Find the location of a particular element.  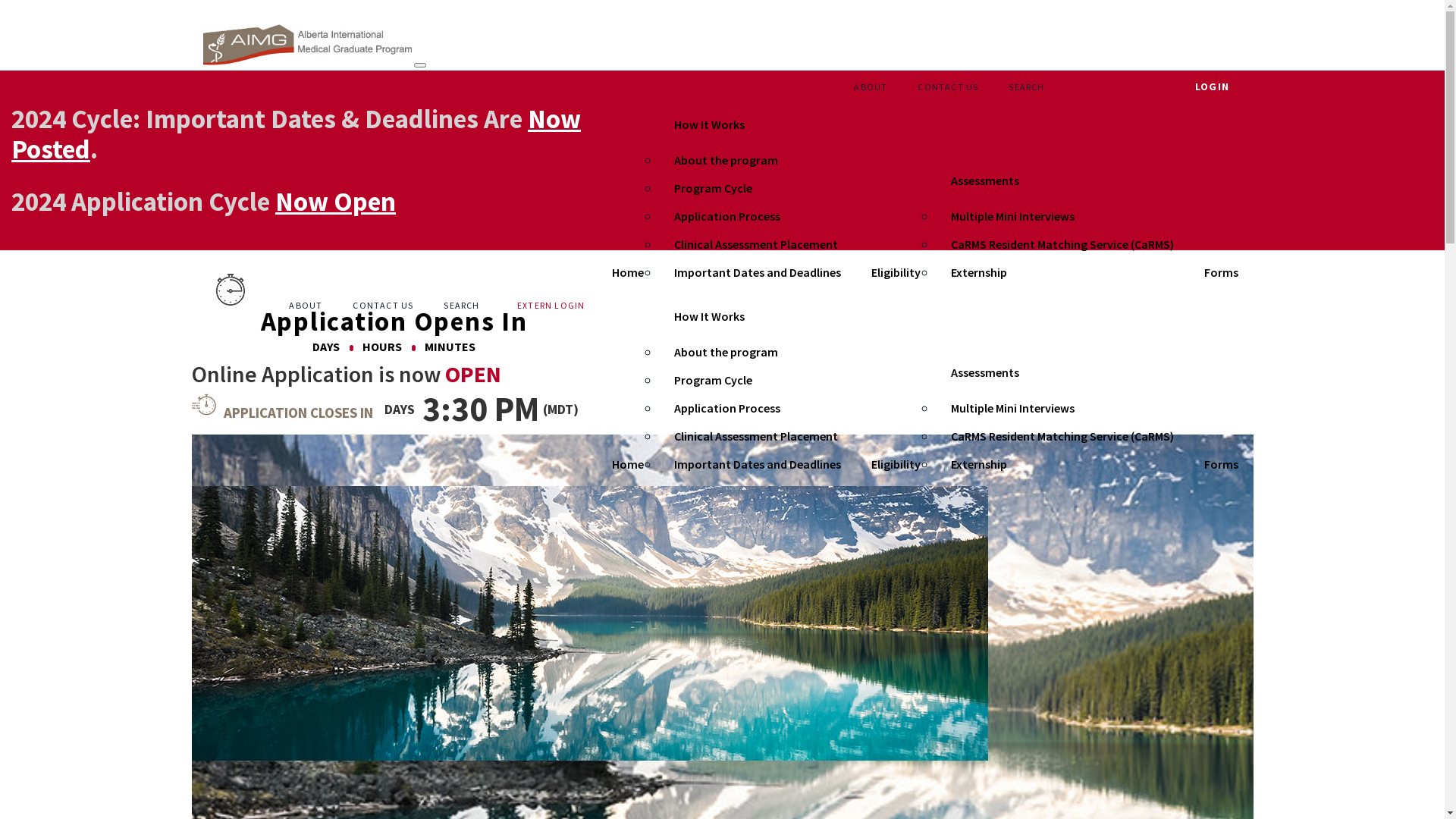

'Now Open' is located at coordinates (334, 201).